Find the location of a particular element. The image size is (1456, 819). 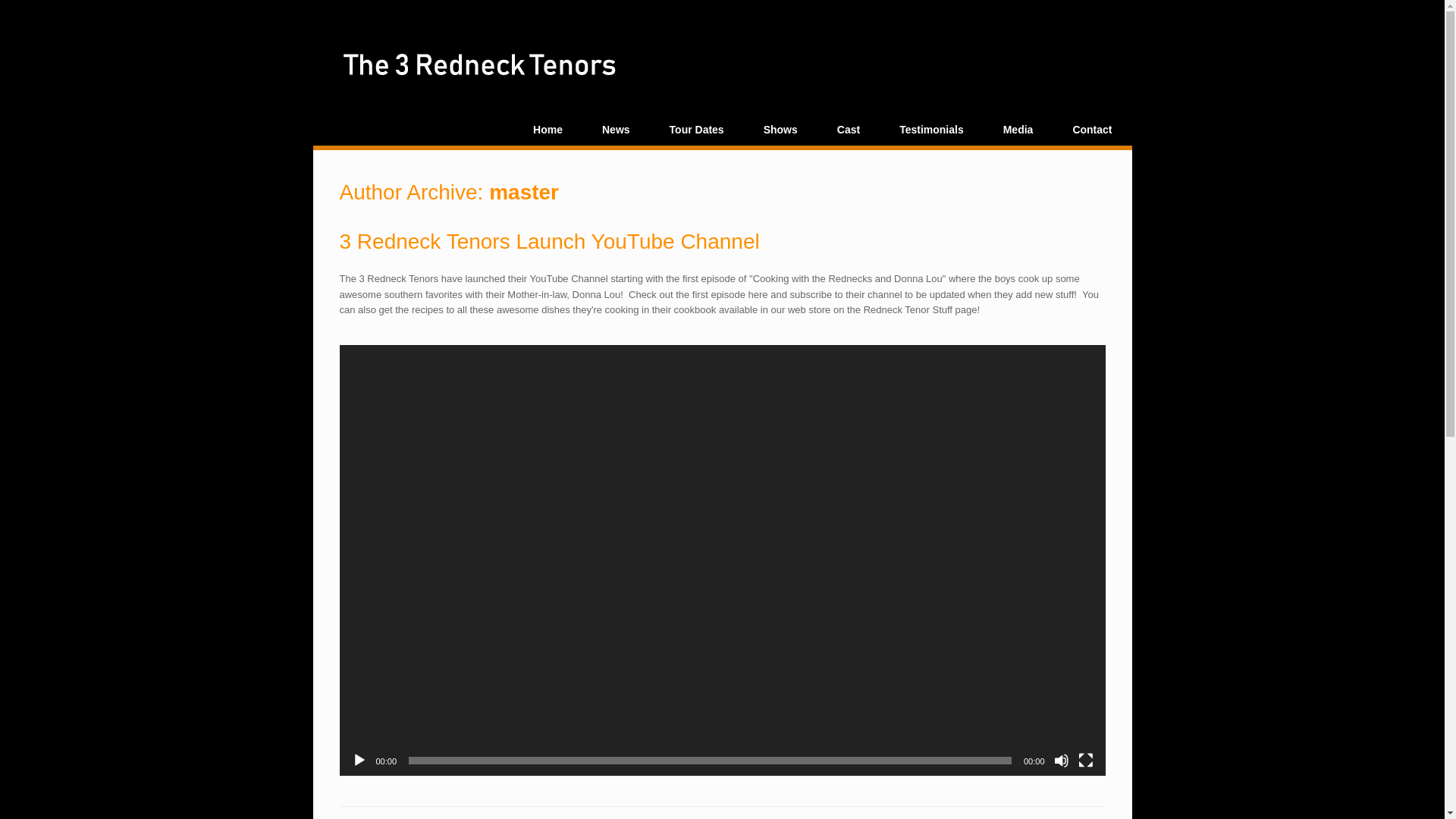

'Tour Dates' is located at coordinates (695, 128).